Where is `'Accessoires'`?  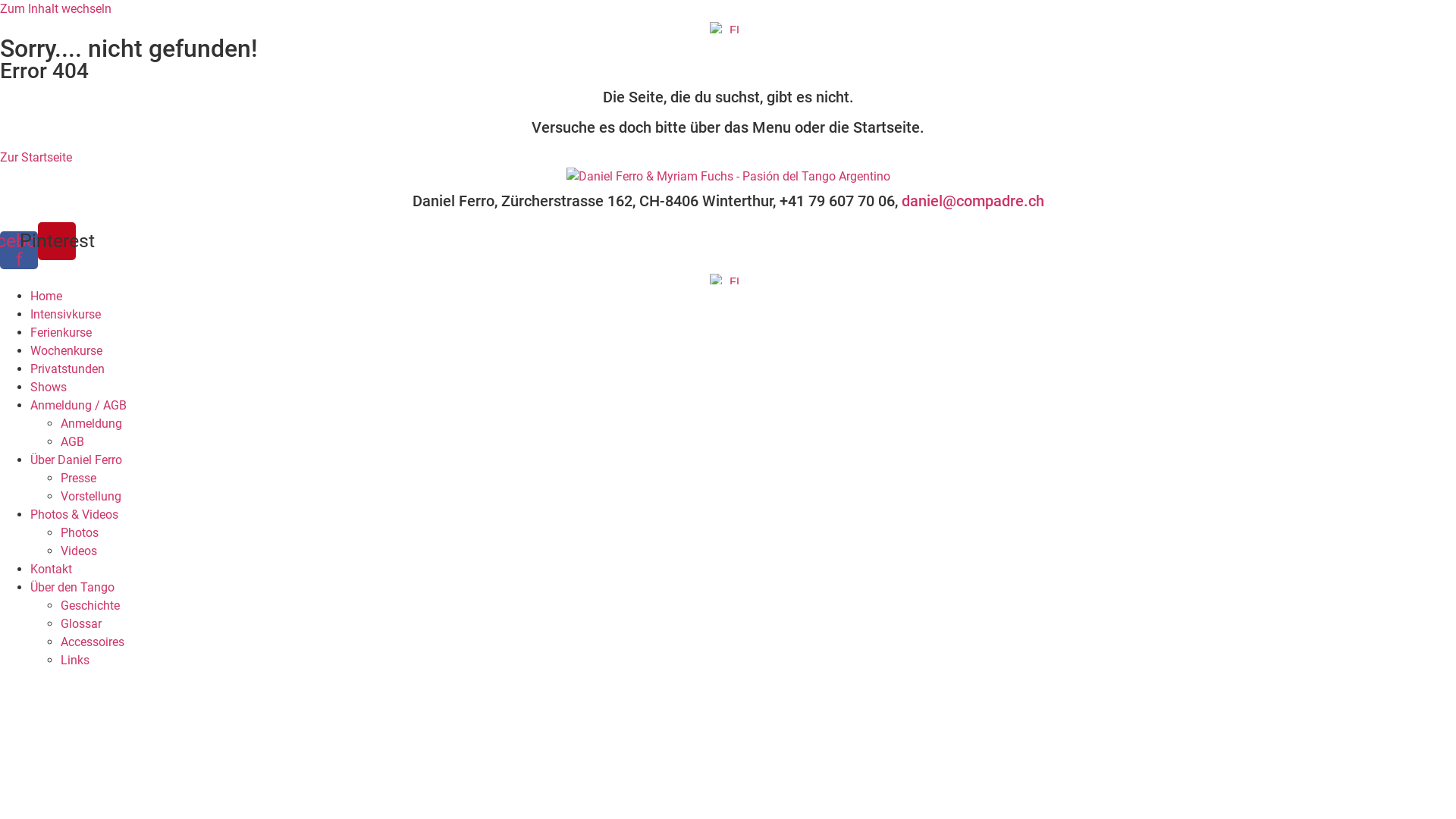
'Accessoires' is located at coordinates (61, 642).